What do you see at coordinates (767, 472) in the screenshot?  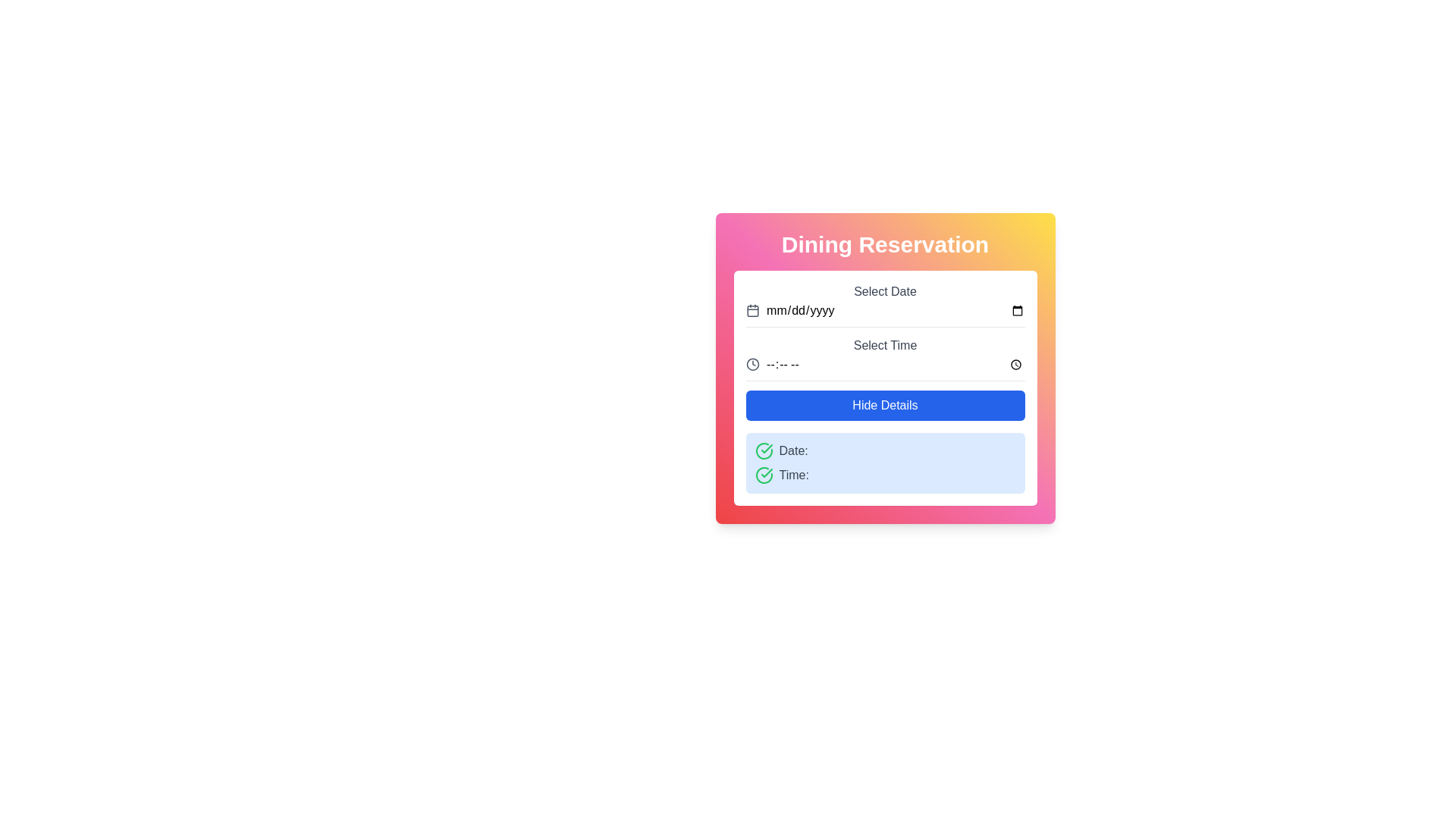 I see `the visual confirmation icon in the lower-left corner of the date selection widget, next to the 'Date:' label` at bounding box center [767, 472].